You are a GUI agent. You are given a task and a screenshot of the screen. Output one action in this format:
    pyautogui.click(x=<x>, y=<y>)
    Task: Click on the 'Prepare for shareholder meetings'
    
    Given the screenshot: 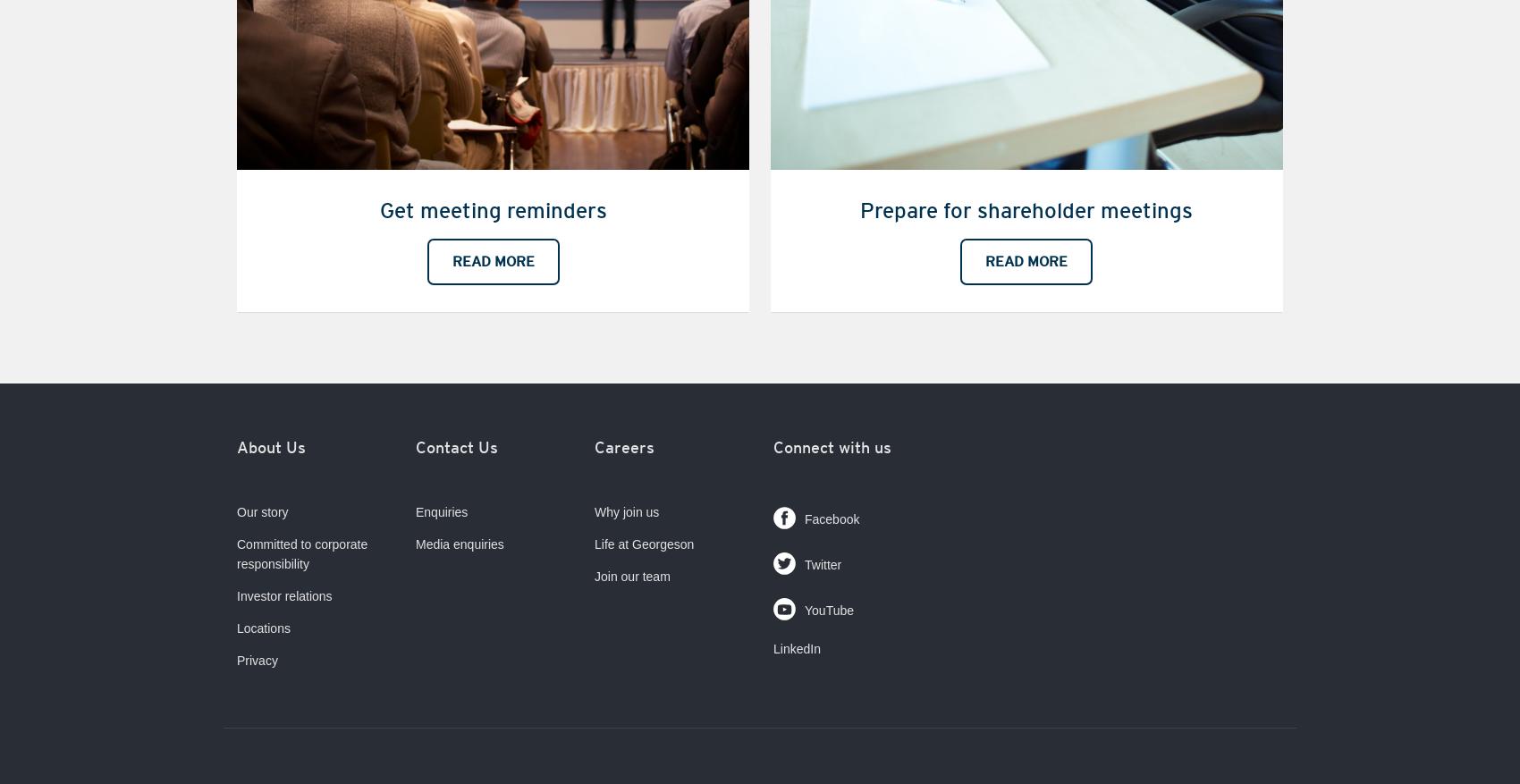 What is the action you would take?
    pyautogui.click(x=1026, y=209)
    